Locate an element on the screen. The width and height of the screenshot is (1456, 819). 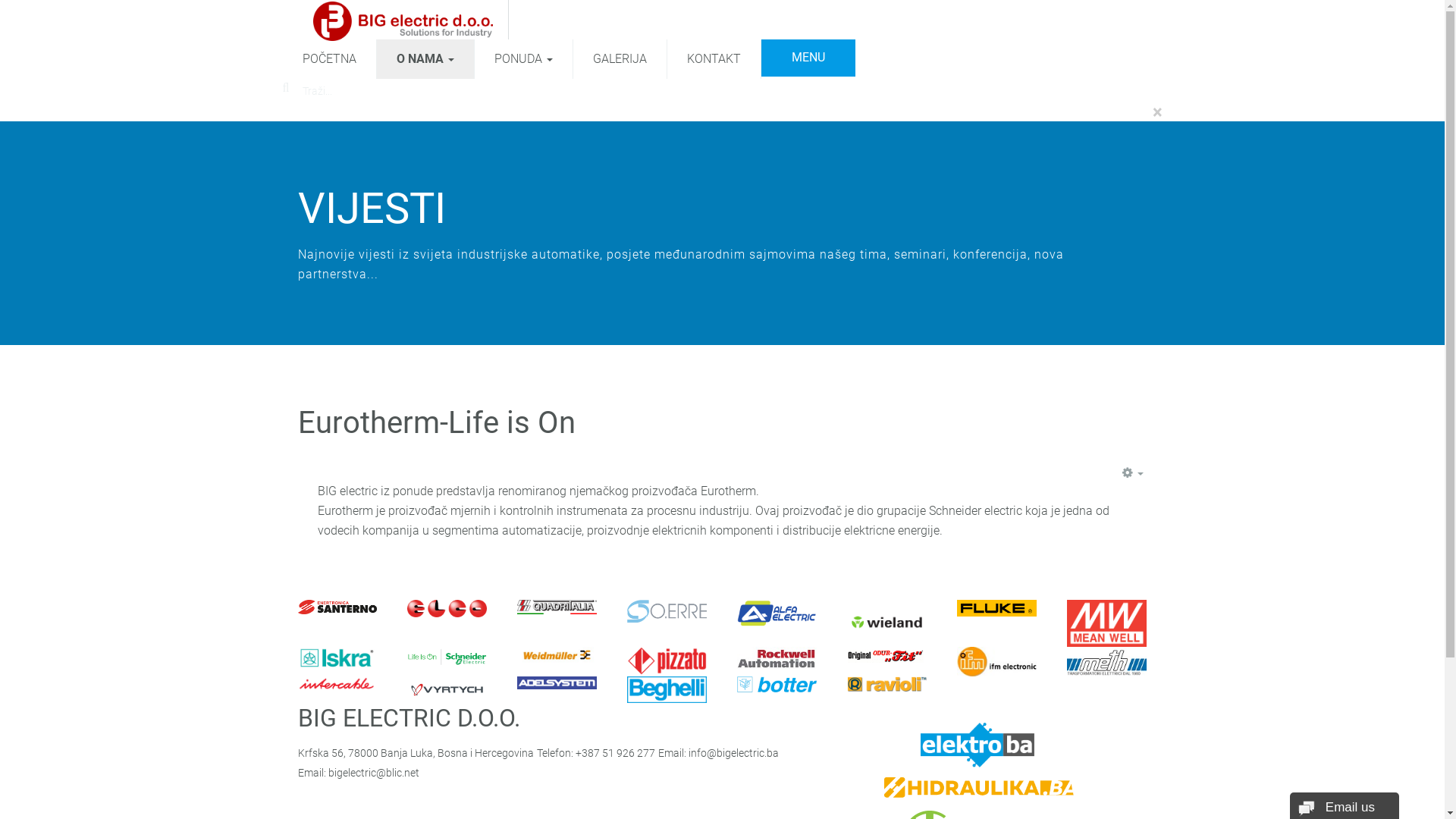
'Elettronica Santerno' is located at coordinates (336, 606).